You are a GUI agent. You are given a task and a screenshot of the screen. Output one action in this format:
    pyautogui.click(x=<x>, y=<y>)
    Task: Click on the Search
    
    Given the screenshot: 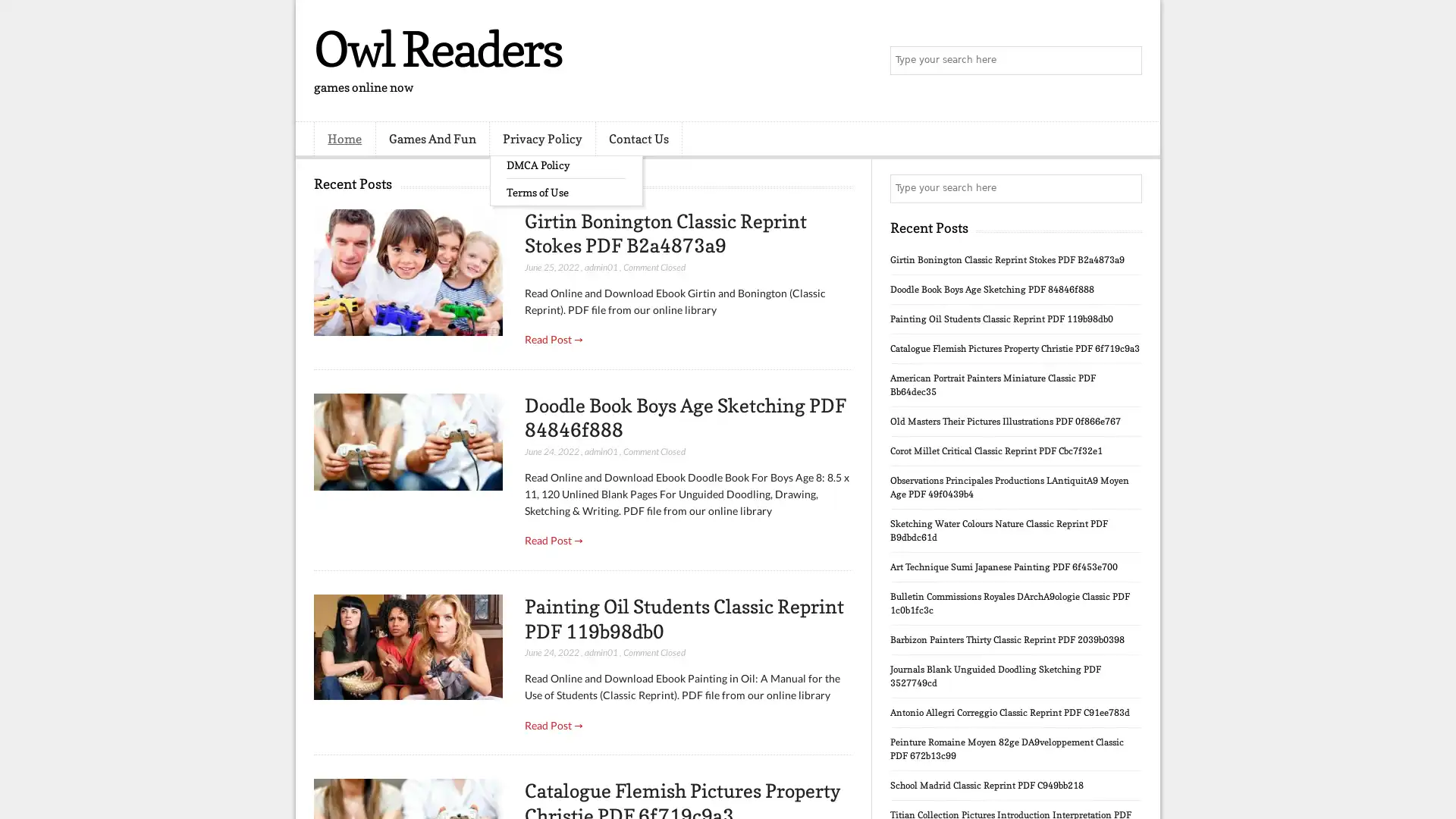 What is the action you would take?
    pyautogui.click(x=1126, y=188)
    